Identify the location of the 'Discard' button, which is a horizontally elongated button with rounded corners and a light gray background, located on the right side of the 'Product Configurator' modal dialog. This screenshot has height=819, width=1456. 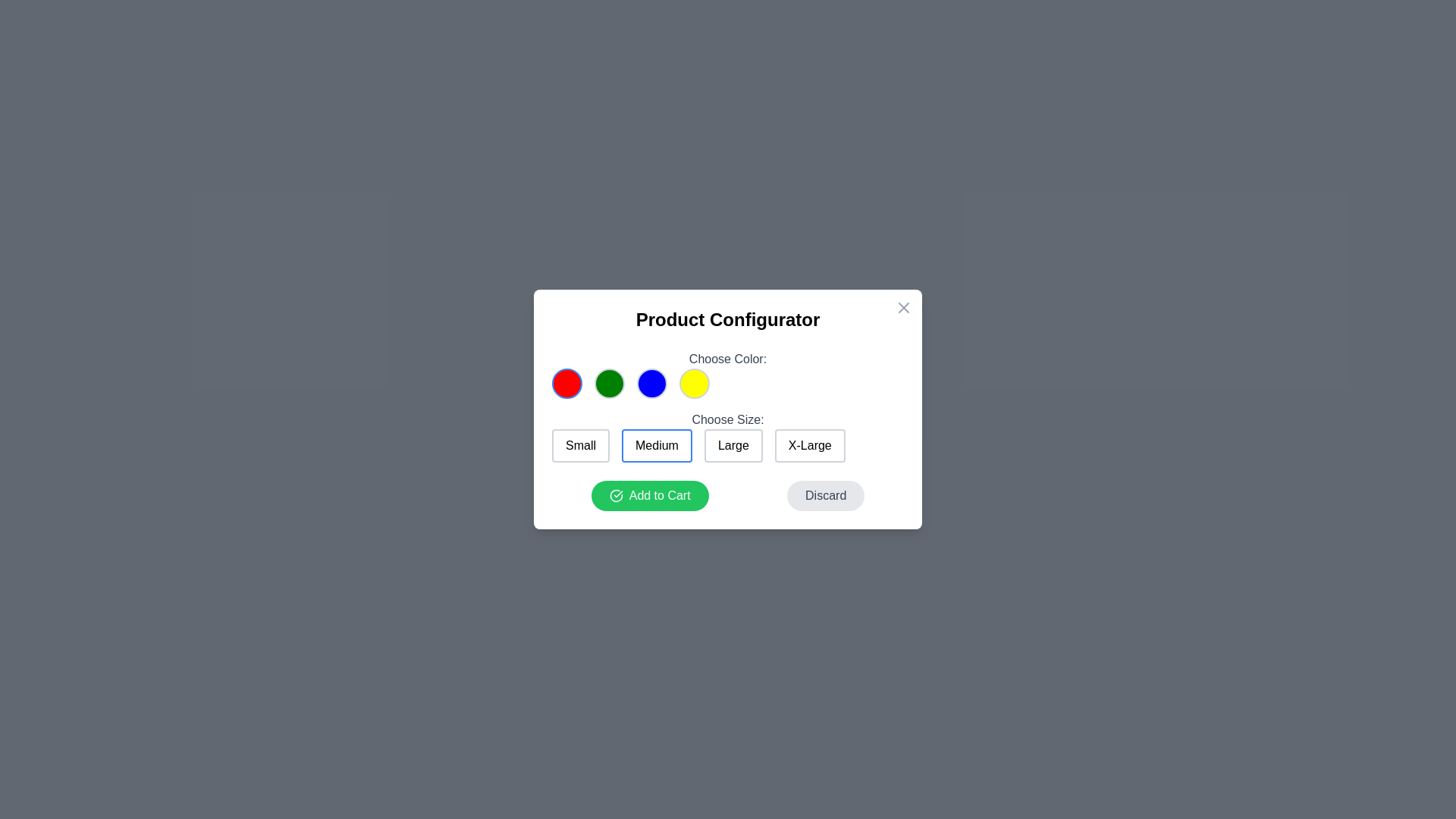
(825, 496).